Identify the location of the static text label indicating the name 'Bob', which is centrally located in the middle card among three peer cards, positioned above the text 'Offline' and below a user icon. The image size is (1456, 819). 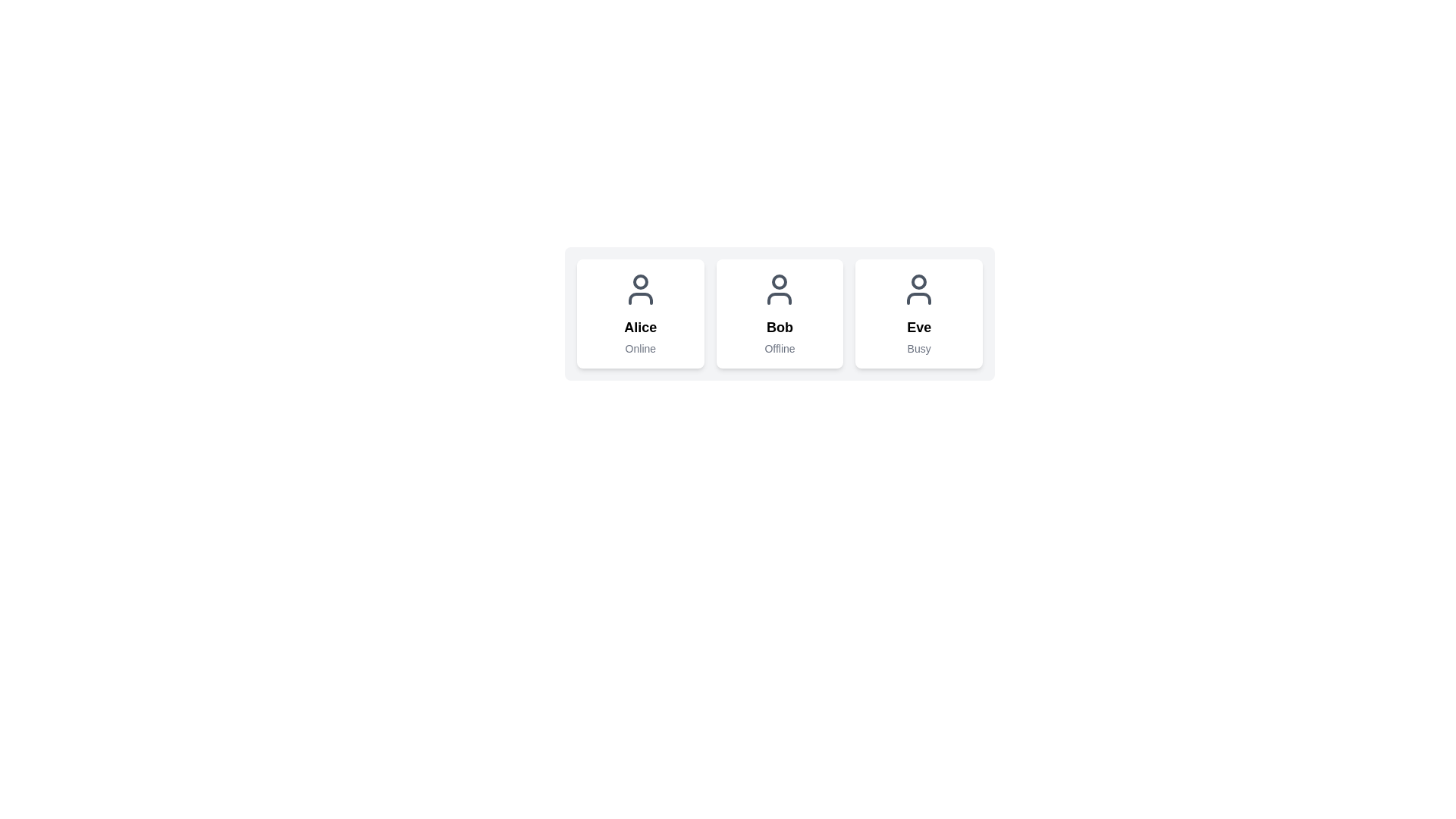
(780, 327).